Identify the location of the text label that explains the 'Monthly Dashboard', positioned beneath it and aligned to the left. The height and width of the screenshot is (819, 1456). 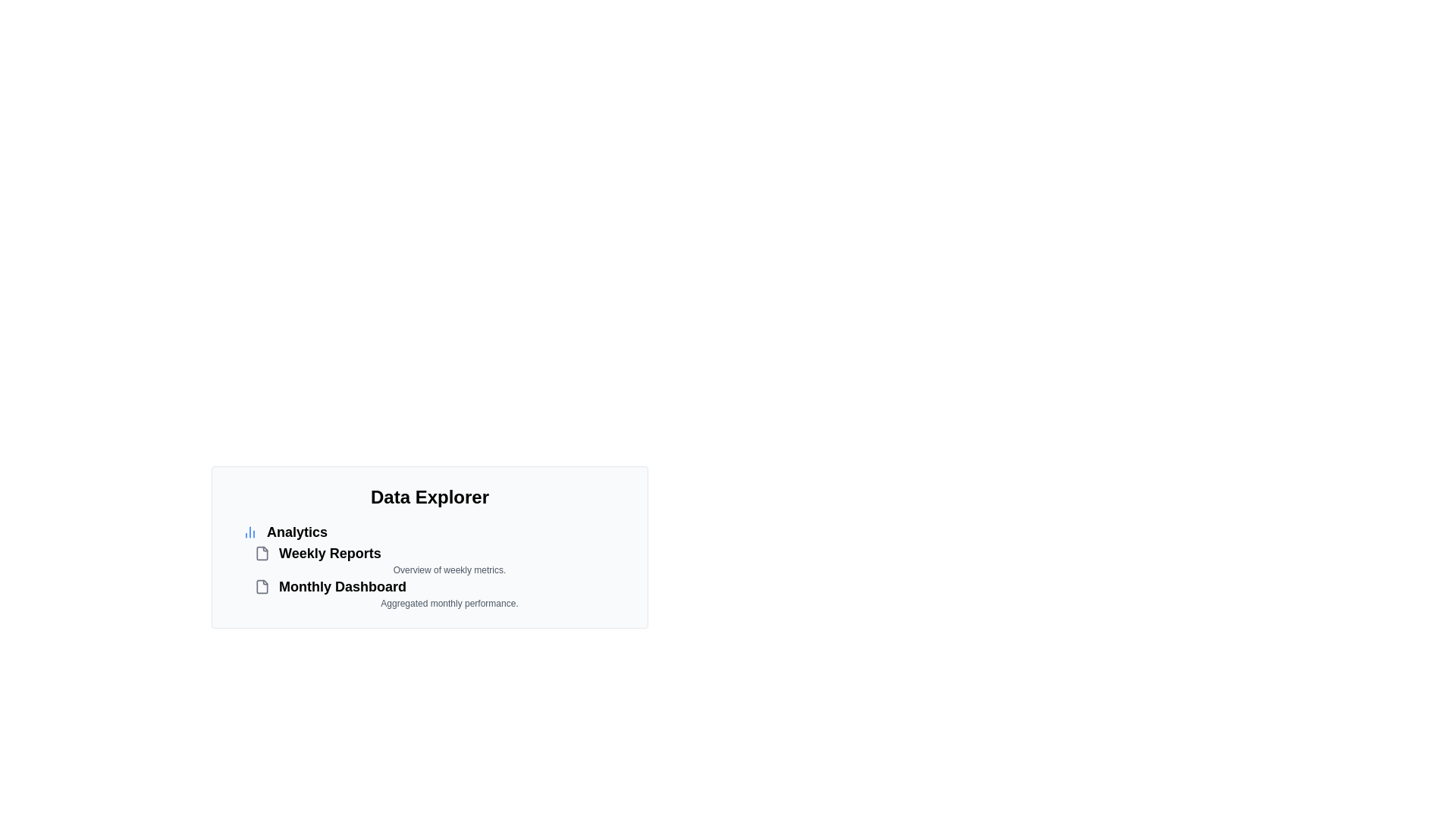
(449, 602).